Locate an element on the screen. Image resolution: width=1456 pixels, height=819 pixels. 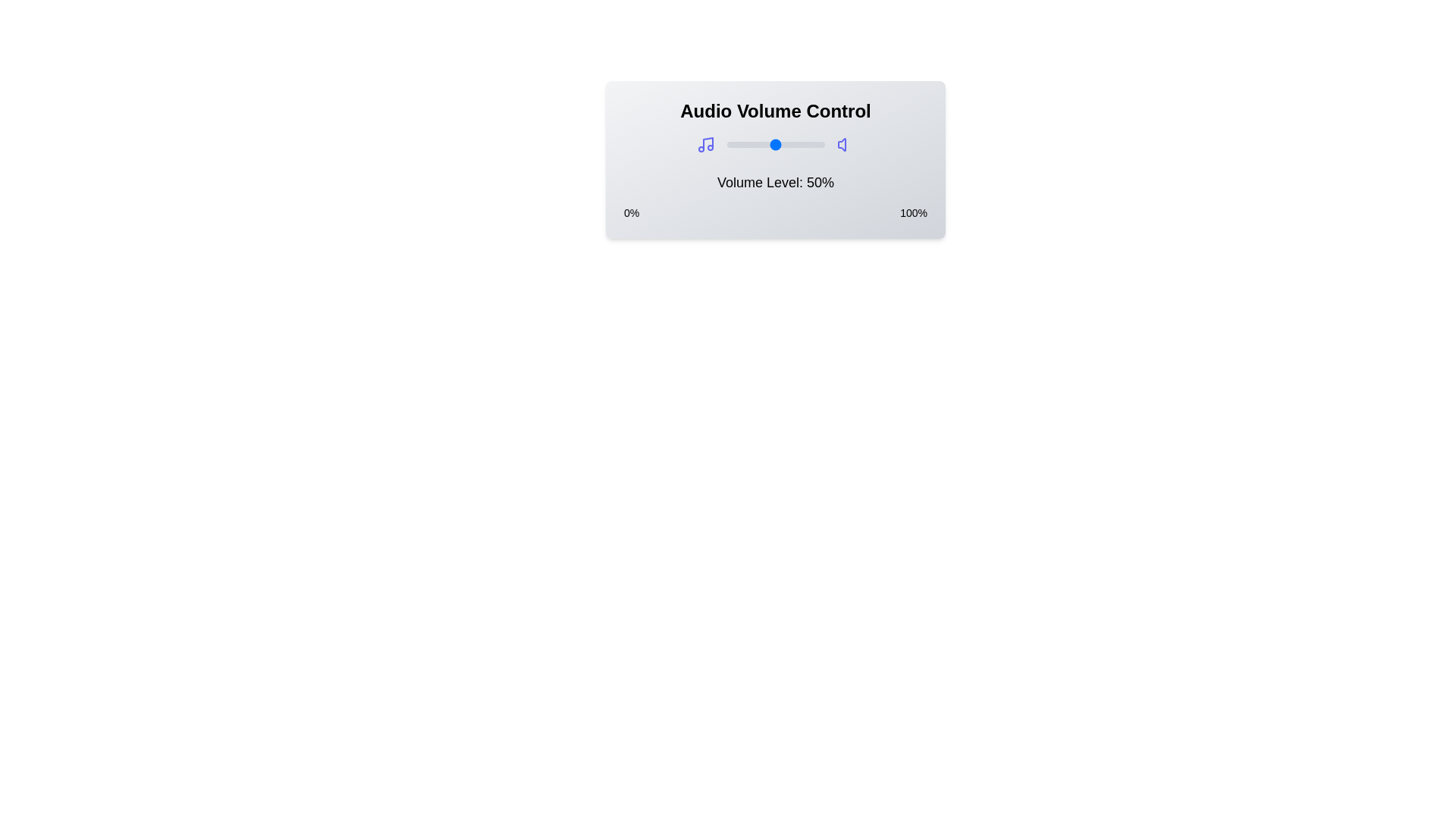
the music icon to interact with it is located at coordinates (704, 145).